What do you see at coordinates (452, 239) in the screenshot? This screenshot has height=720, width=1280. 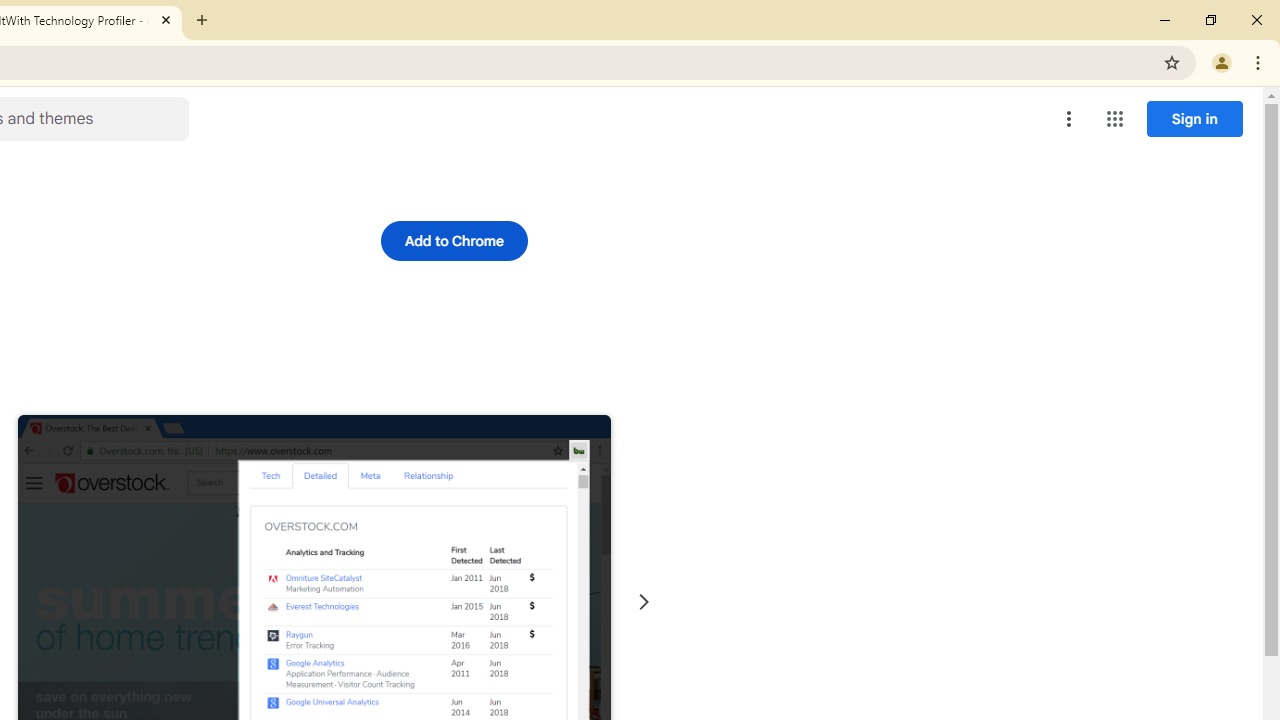 I see `'Add to Chrome'` at bounding box center [452, 239].